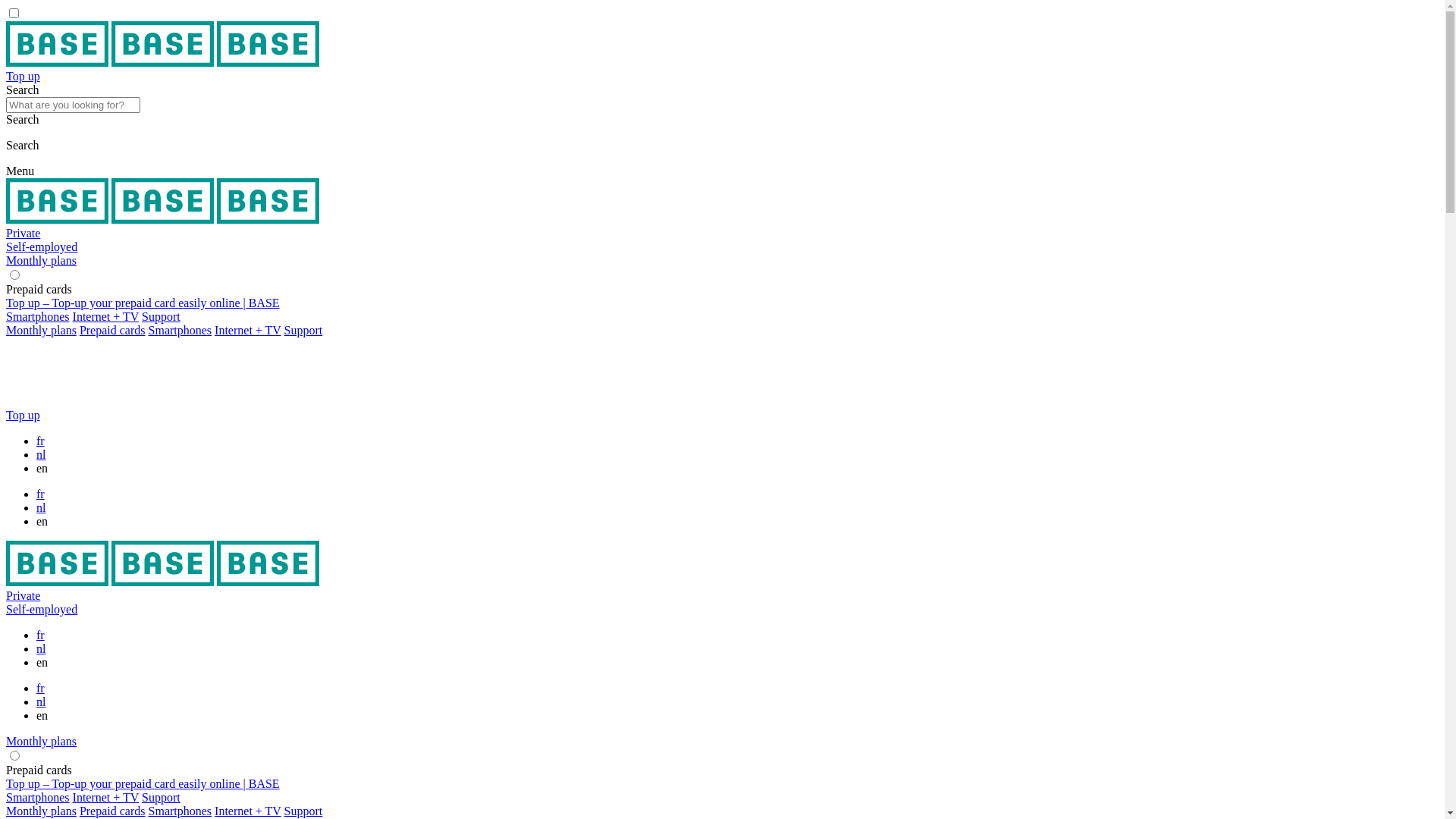 This screenshot has width=1456, height=819. I want to click on 'Monthly plans', so click(41, 740).